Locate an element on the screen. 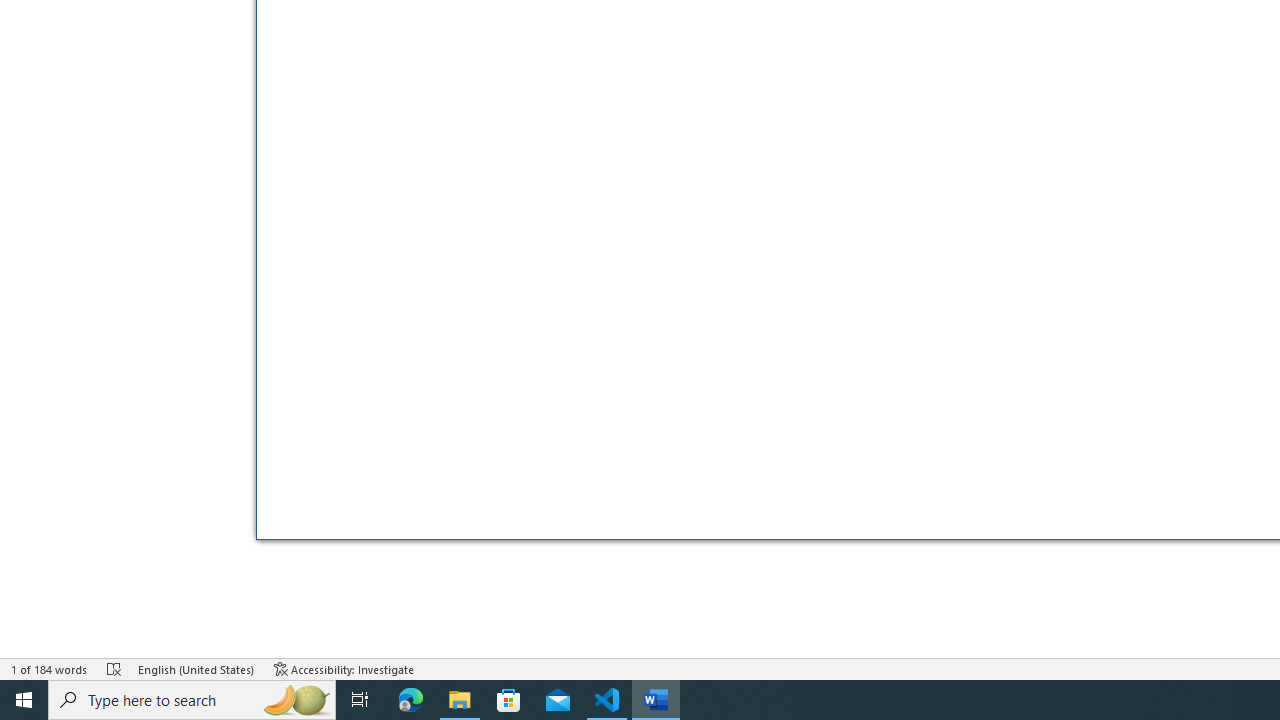  'Microsoft Store' is located at coordinates (509, 698).